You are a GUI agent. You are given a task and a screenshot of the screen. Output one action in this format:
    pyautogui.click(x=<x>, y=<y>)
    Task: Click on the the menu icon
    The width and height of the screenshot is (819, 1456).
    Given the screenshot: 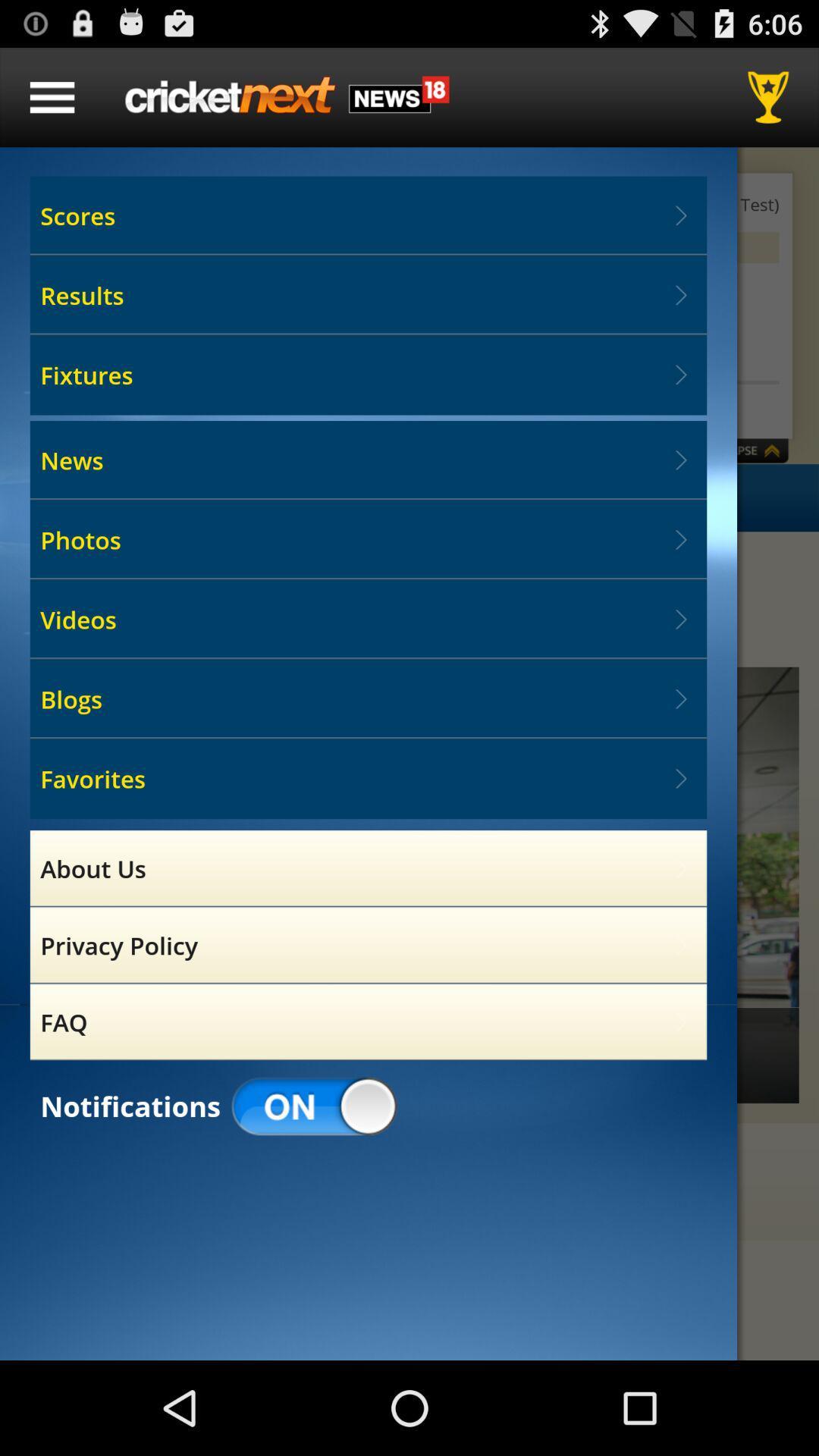 What is the action you would take?
    pyautogui.click(x=52, y=103)
    